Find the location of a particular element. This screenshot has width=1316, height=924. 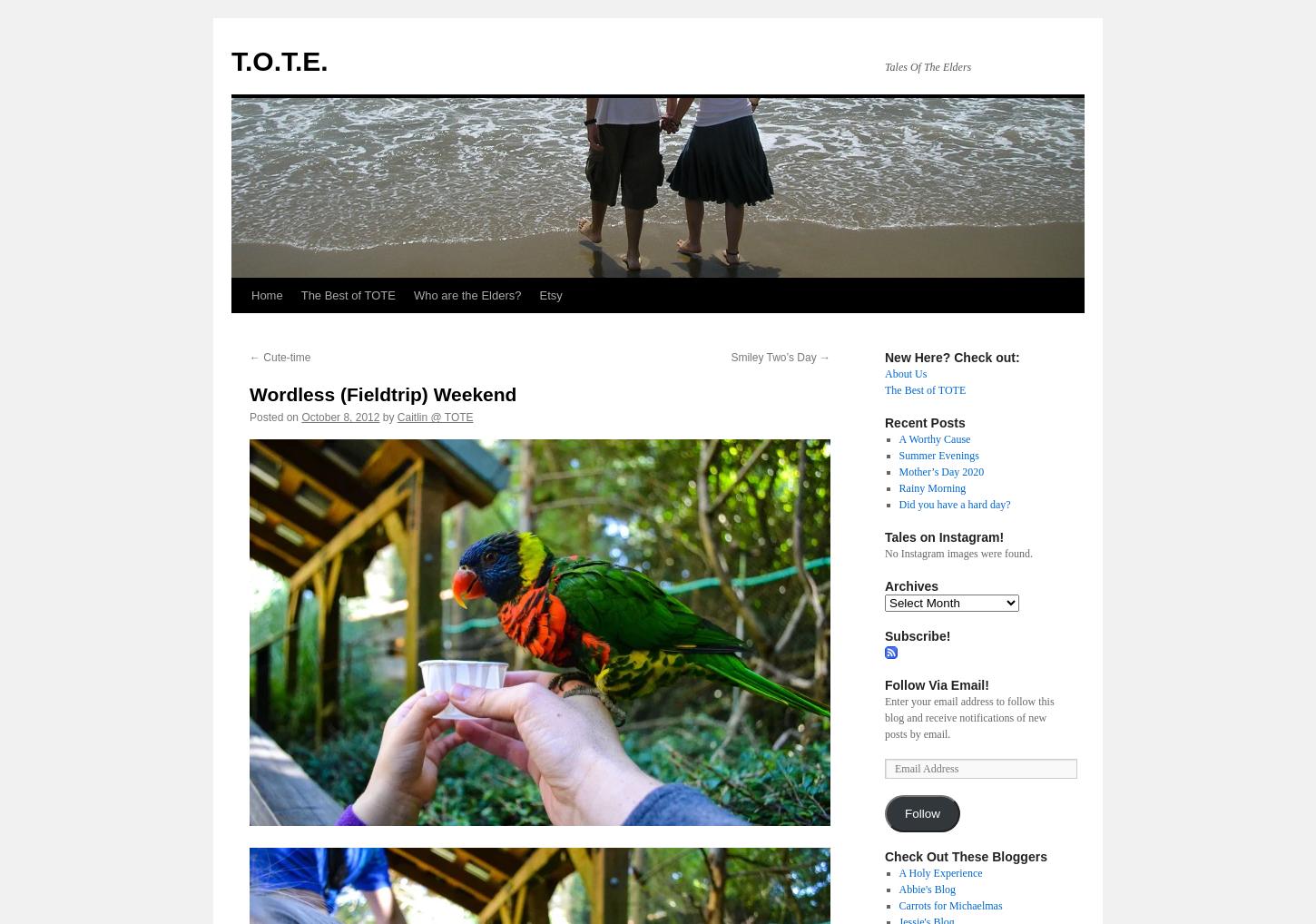

'About Us' is located at coordinates (906, 372).